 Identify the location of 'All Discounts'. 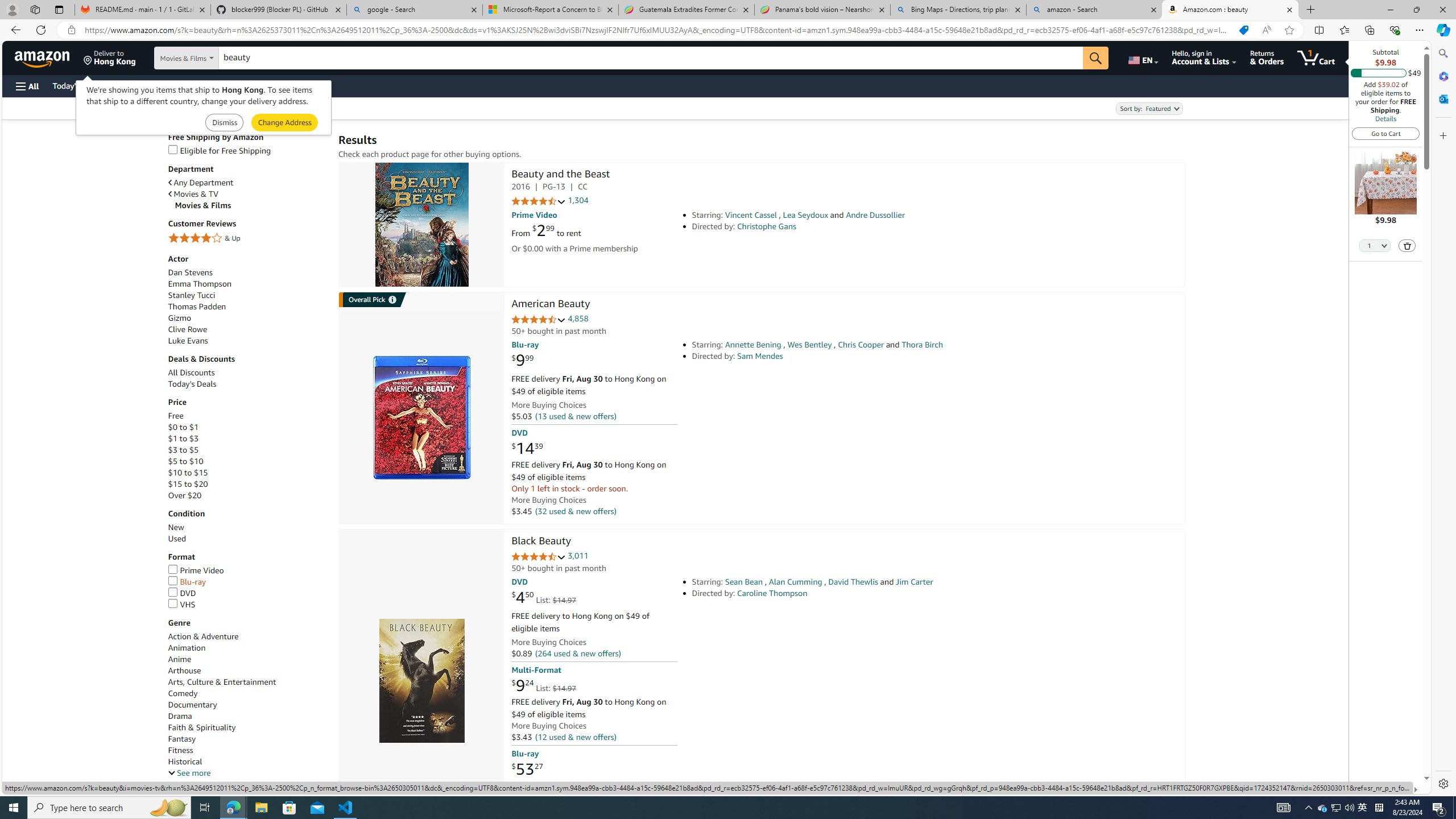
(191, 372).